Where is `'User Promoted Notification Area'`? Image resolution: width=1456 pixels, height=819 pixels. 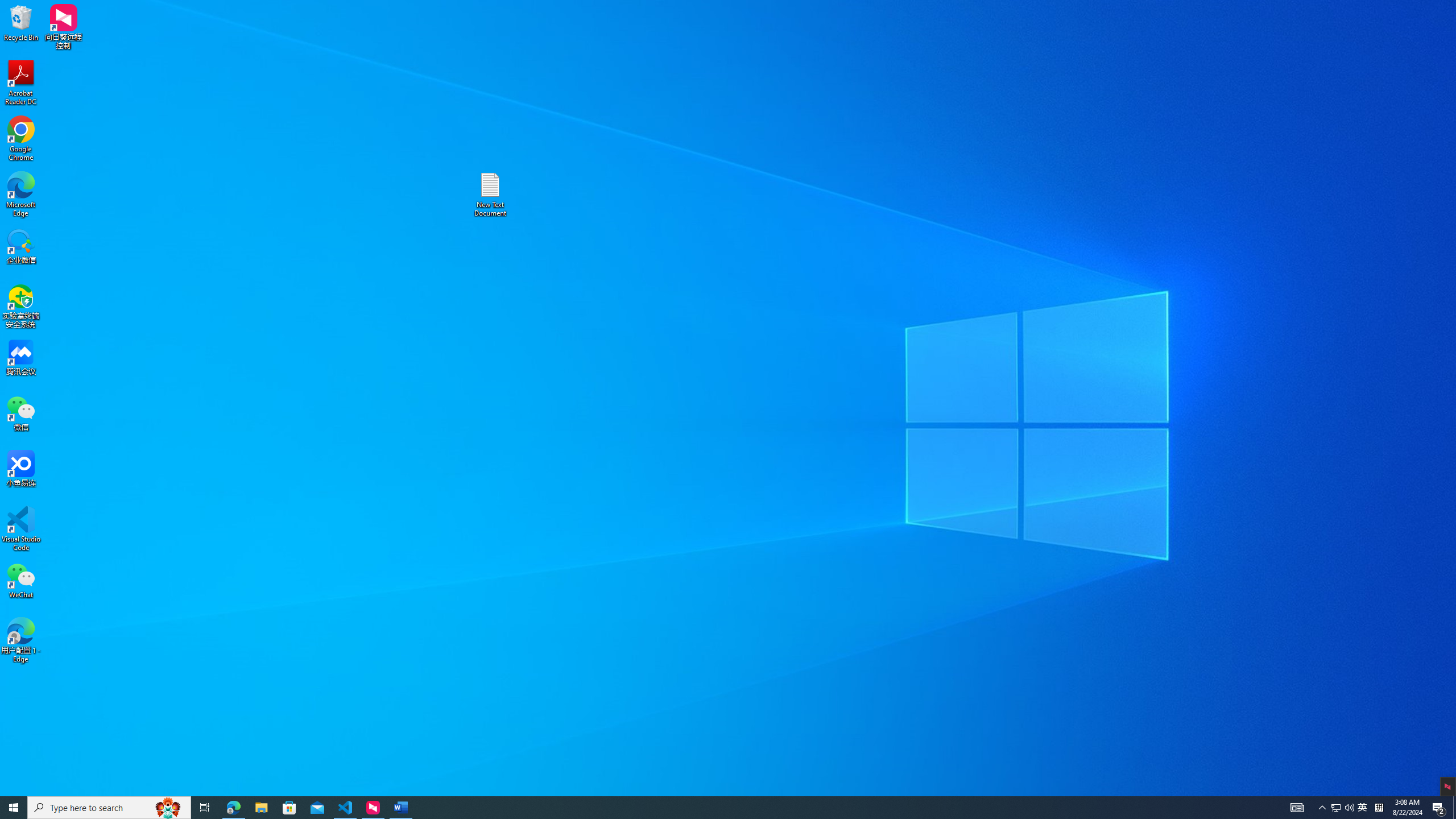
'User Promoted Notification Area' is located at coordinates (1363, 806).